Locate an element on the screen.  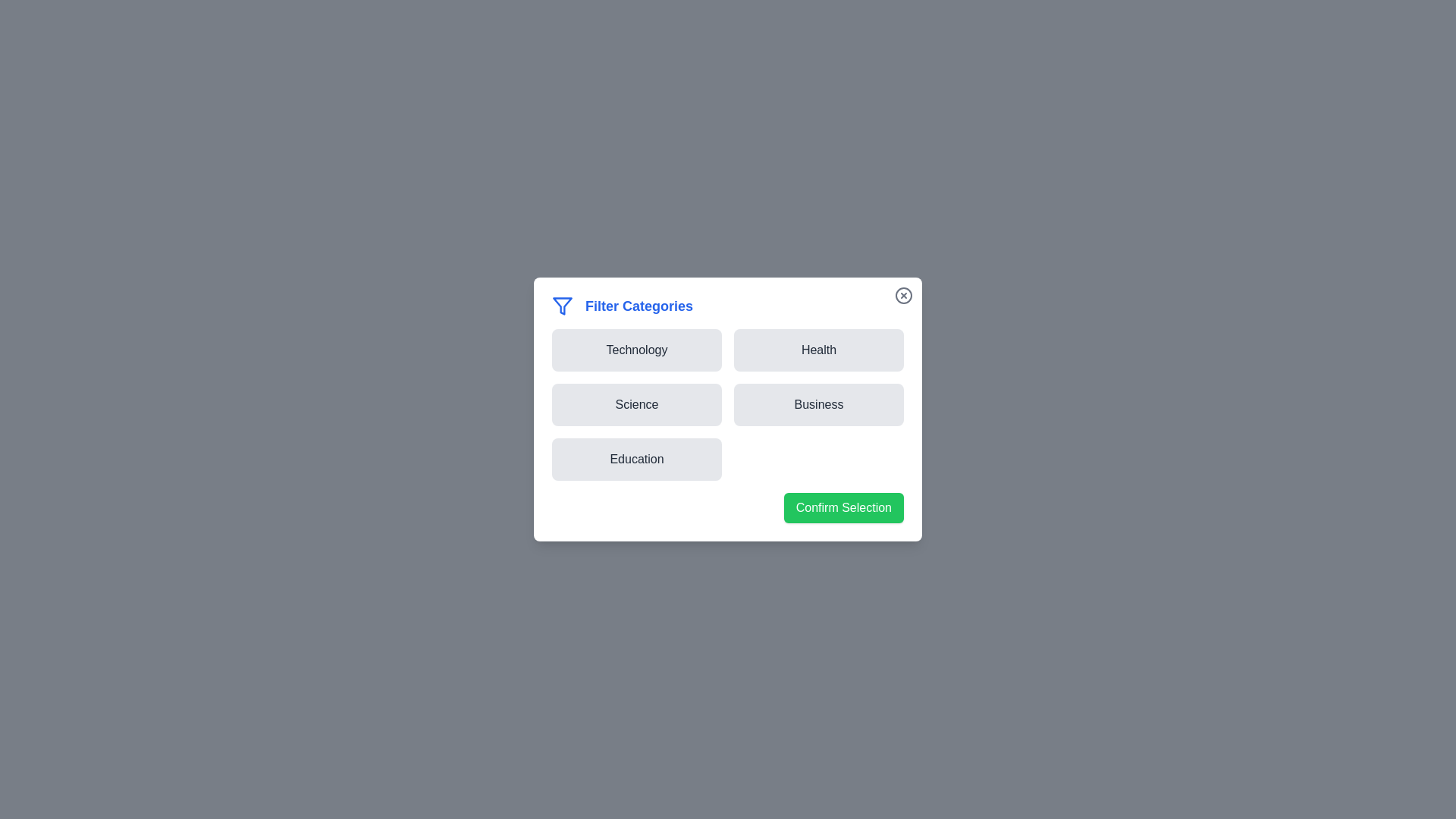
the 'Confirm Selection' button to confirm the selected category is located at coordinates (843, 508).